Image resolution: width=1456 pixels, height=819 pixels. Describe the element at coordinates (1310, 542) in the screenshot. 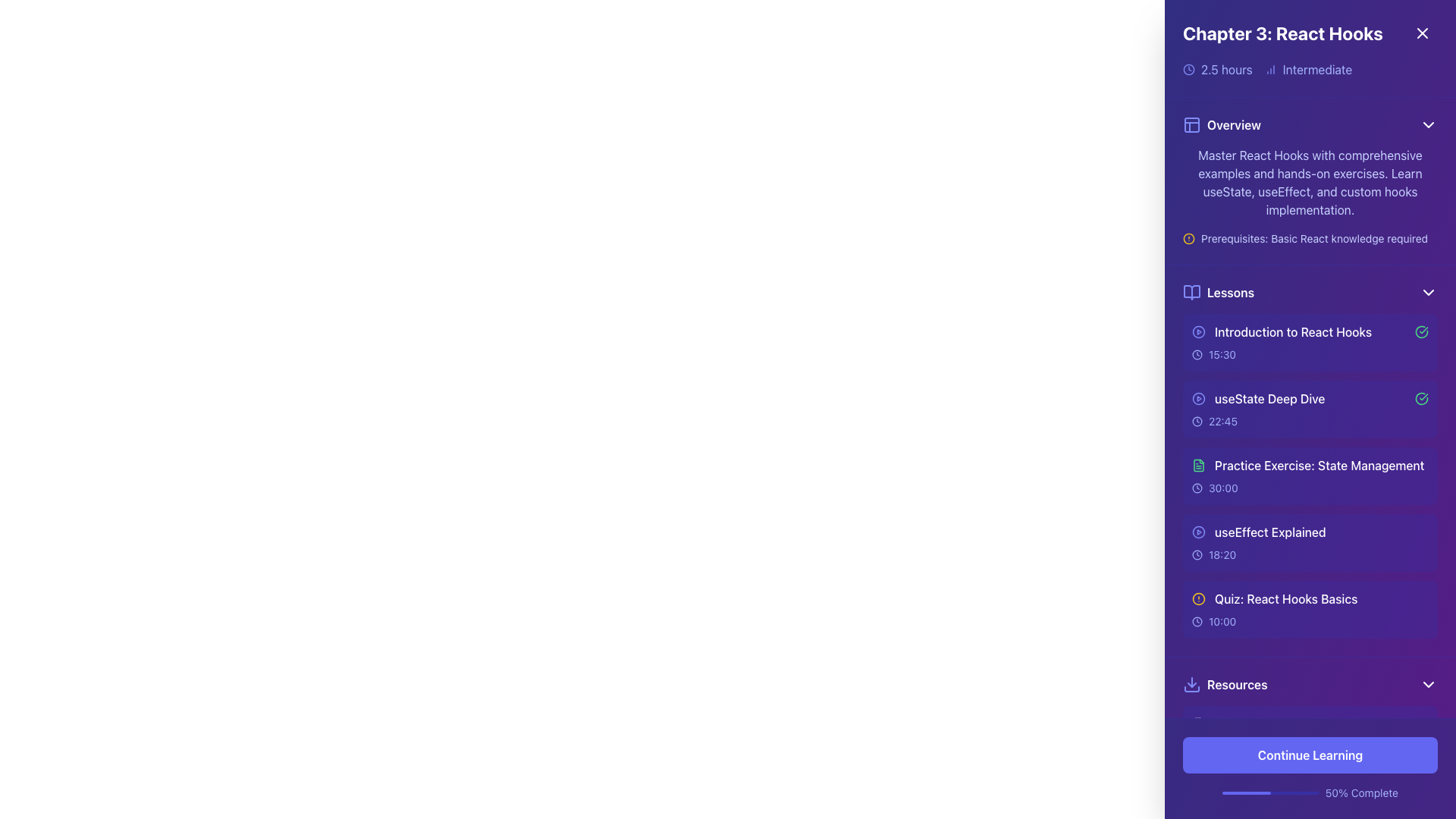

I see `the 'useEffect Explained' lesson item card in the list` at that location.